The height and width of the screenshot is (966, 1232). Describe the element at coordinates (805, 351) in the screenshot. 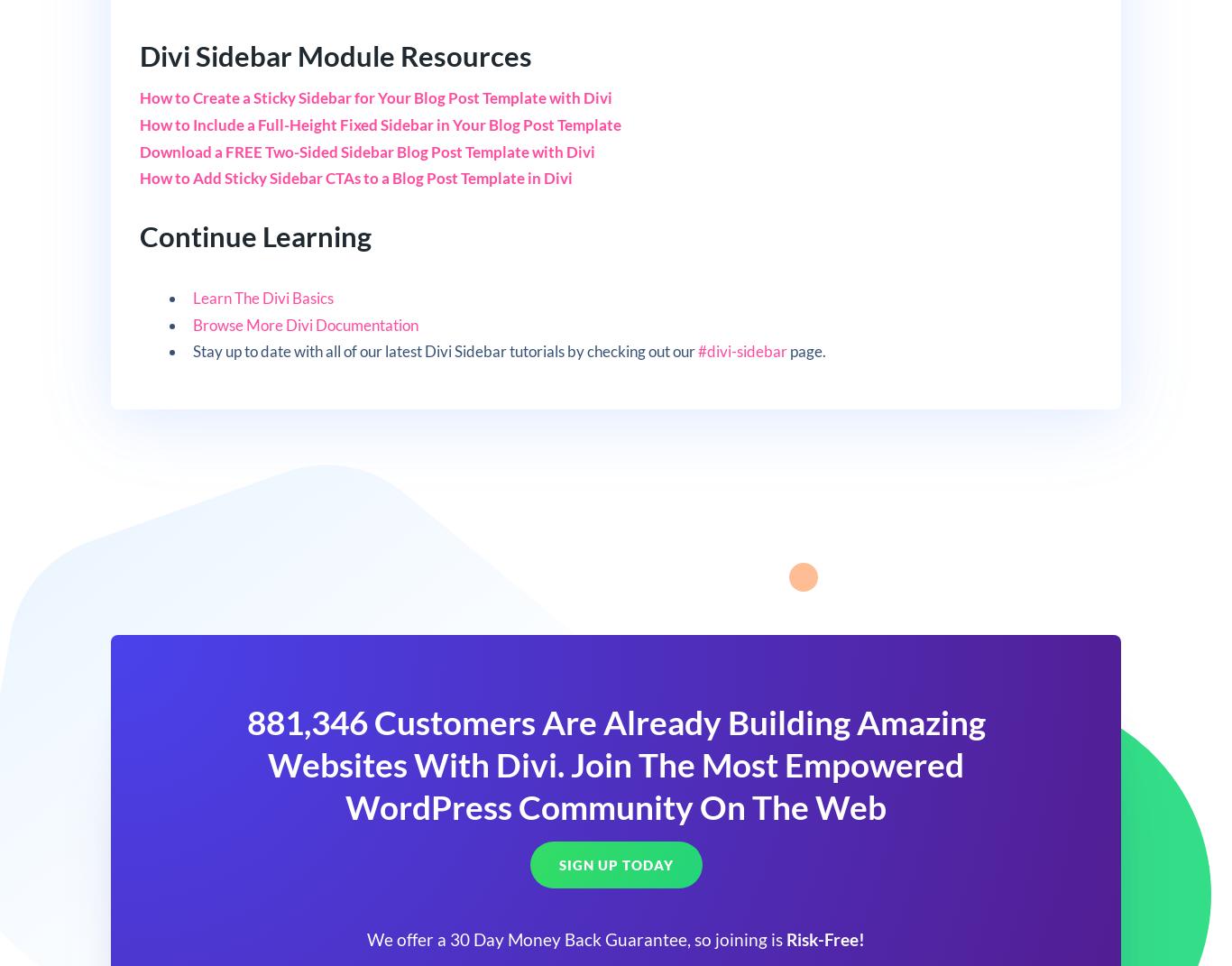

I see `'page.'` at that location.